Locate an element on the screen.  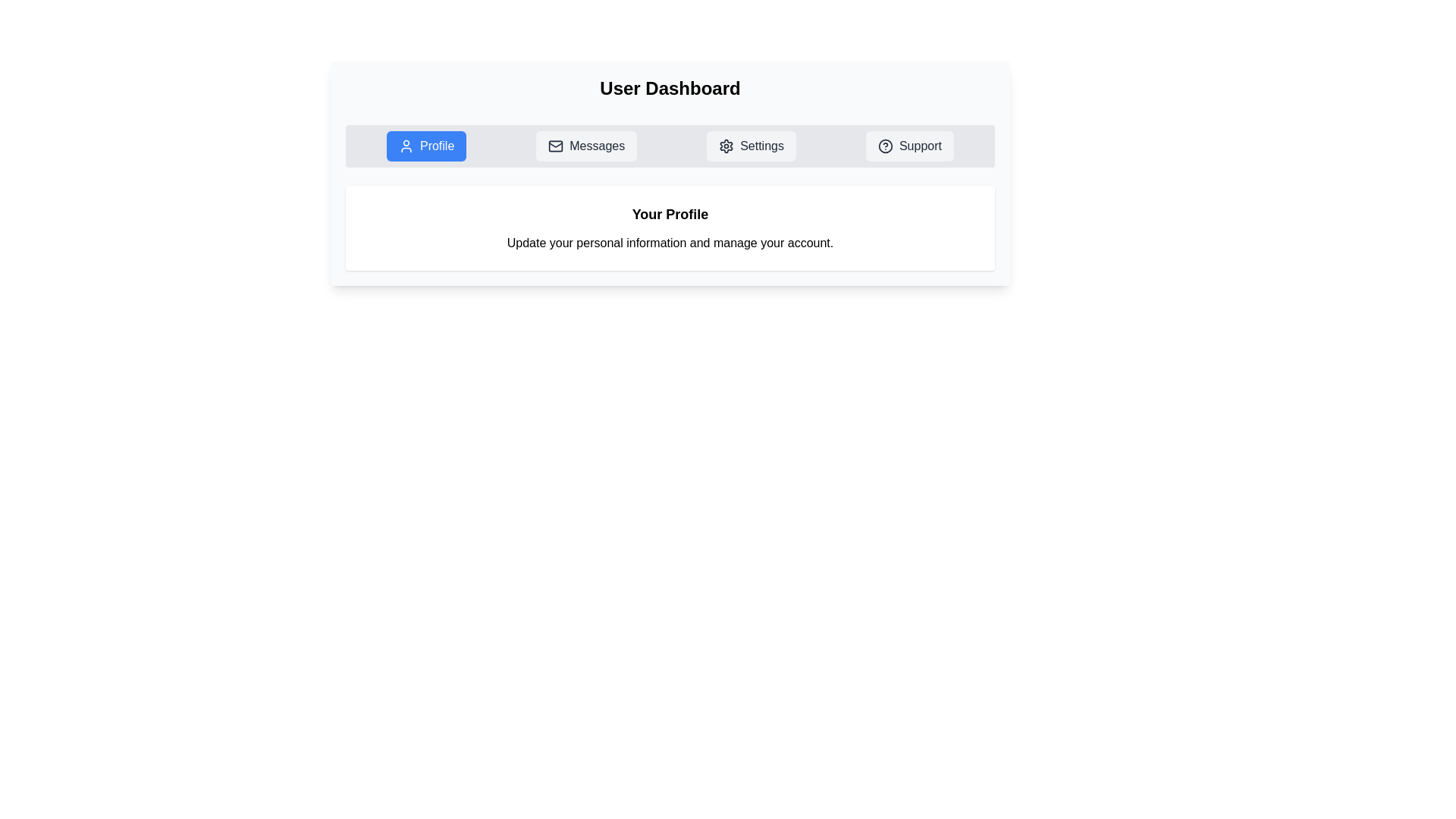
the mail icon element located within the 'Messages' button in the navigation bar, which features a minimalistic outline style of a rectangular envelope with a triangular flap is located at coordinates (555, 146).